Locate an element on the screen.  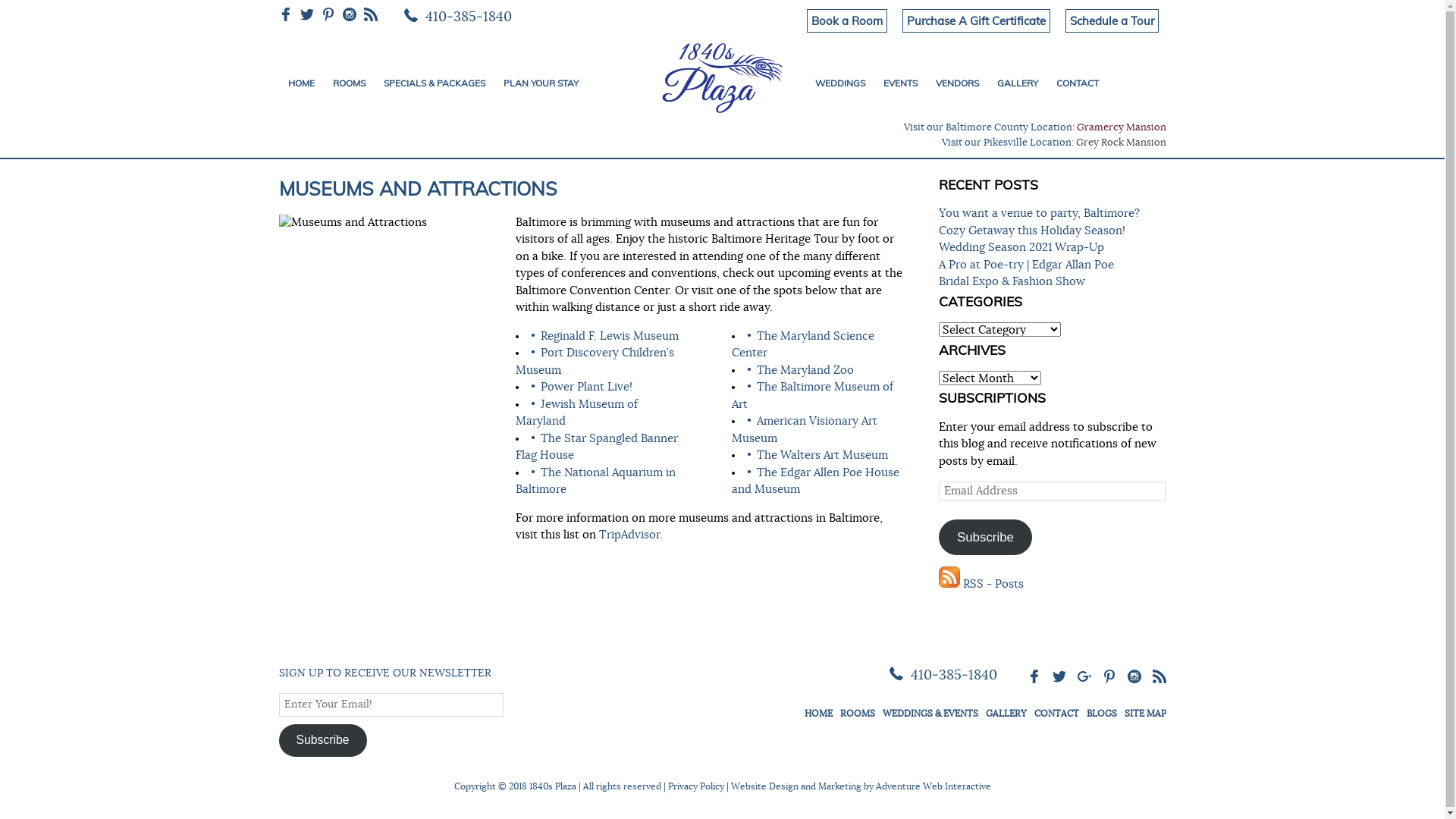
'A Pro at Poe-try | Edgar Allan Poe' is located at coordinates (1026, 264).